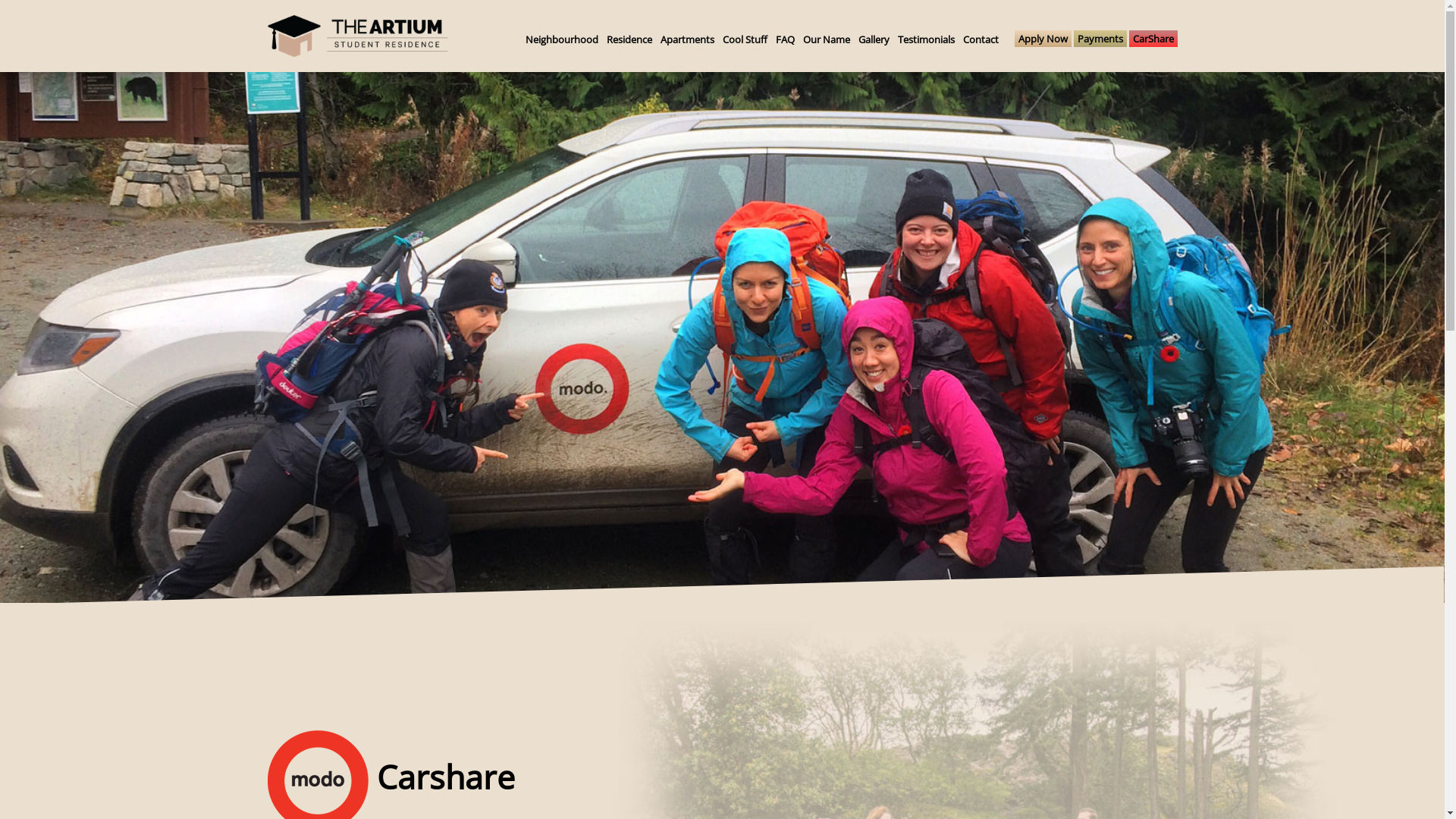 Image resolution: width=1456 pixels, height=819 pixels. I want to click on 'FAQ', so click(784, 38).